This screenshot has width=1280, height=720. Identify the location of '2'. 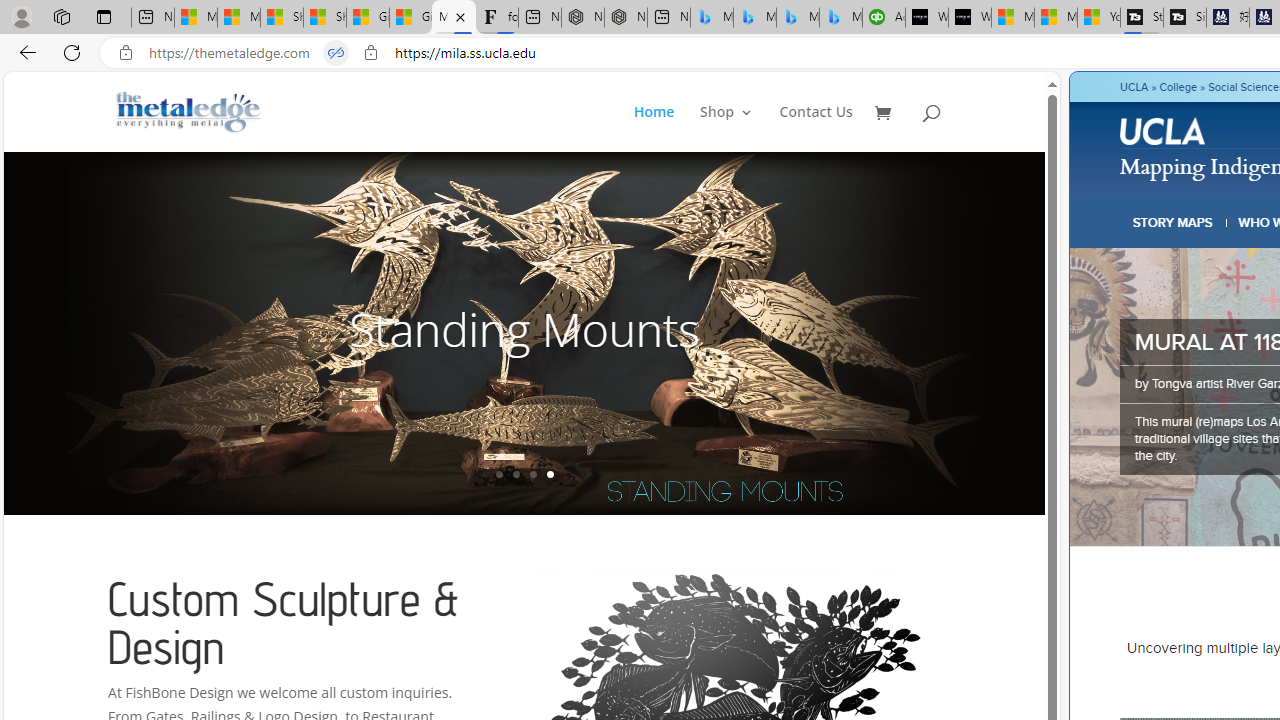
(515, 474).